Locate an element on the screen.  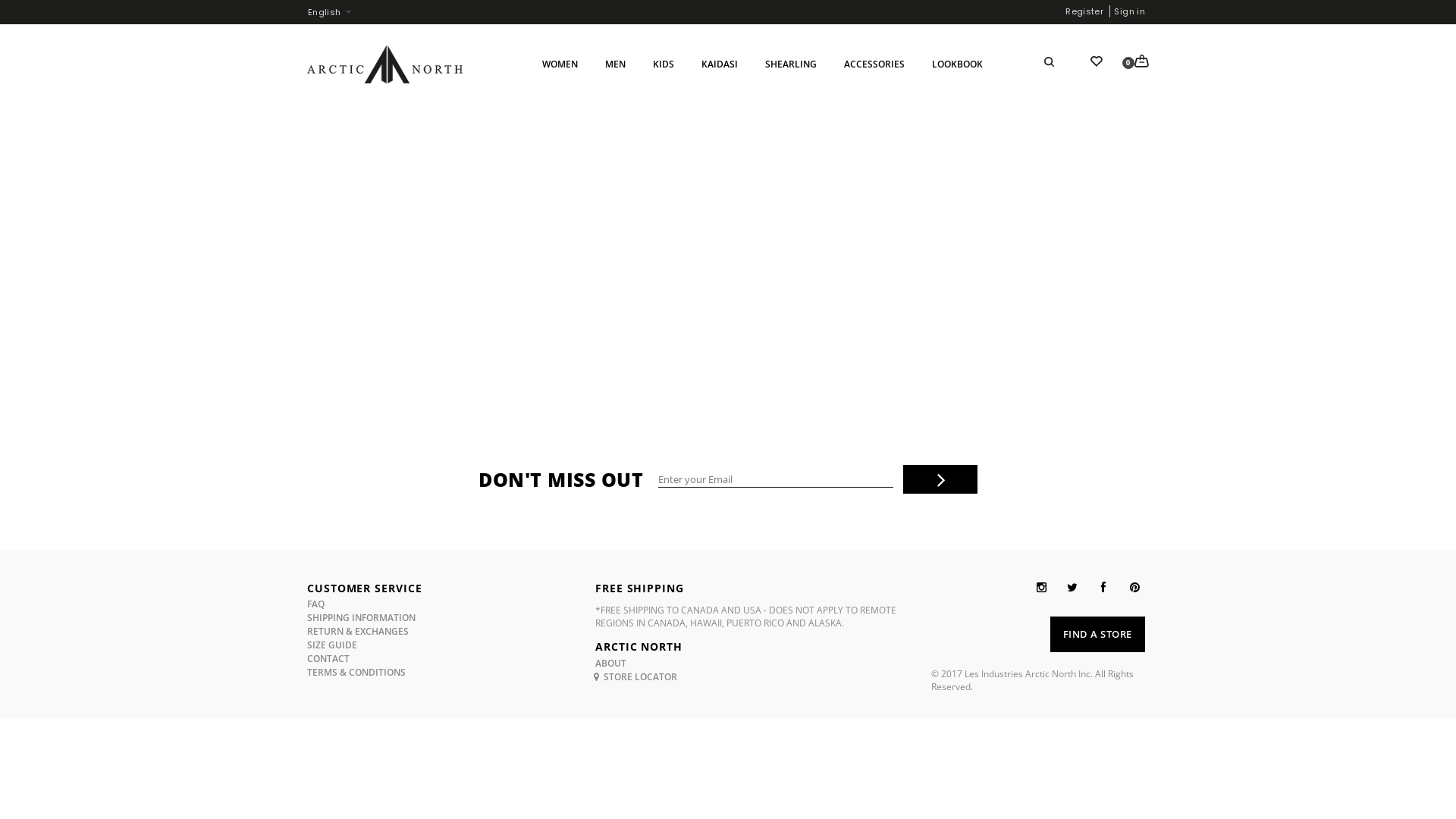
'Join us on Facebook' is located at coordinates (1103, 586).